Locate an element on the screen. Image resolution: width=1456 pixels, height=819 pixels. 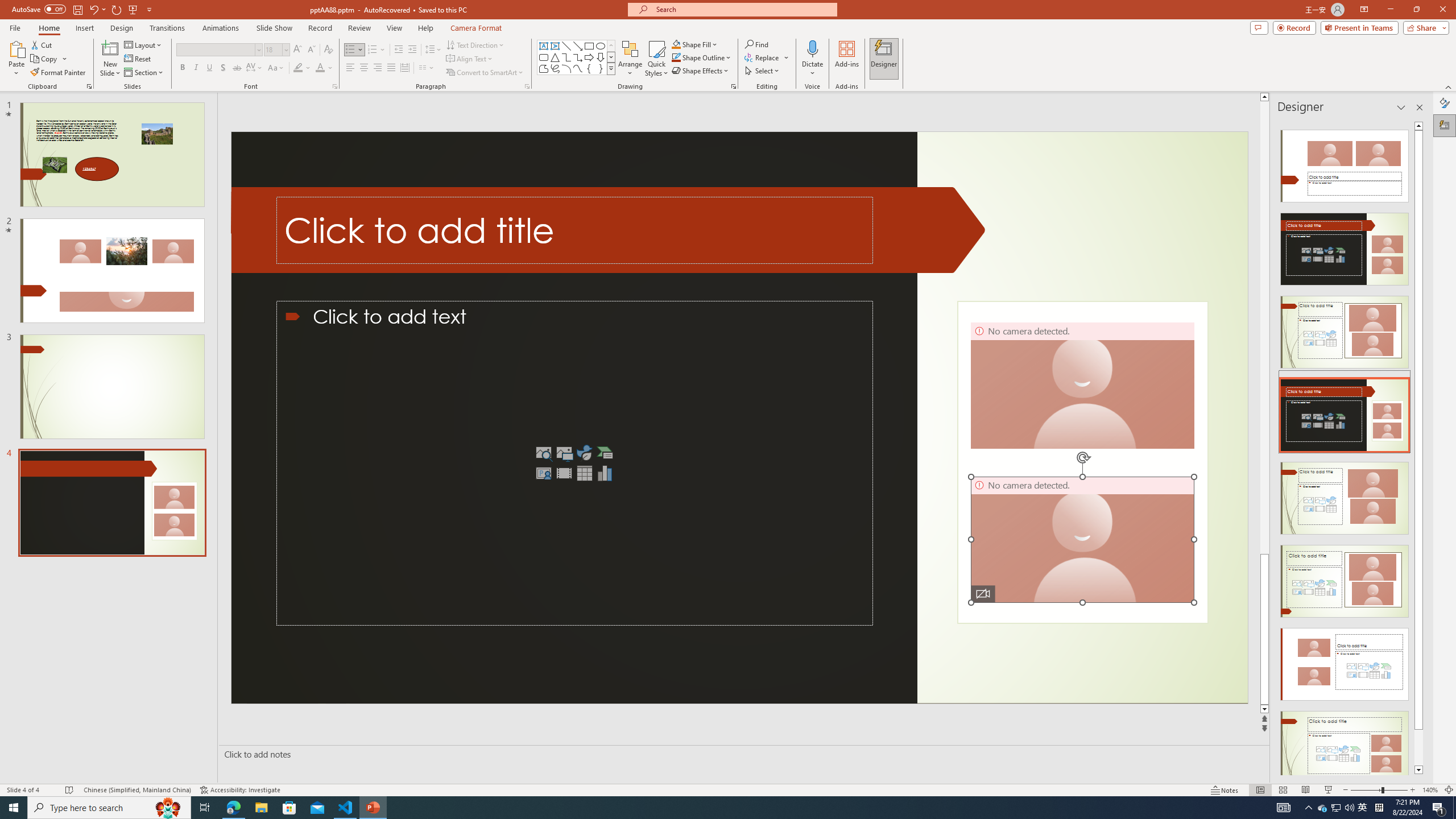
'Columns' is located at coordinates (427, 67).